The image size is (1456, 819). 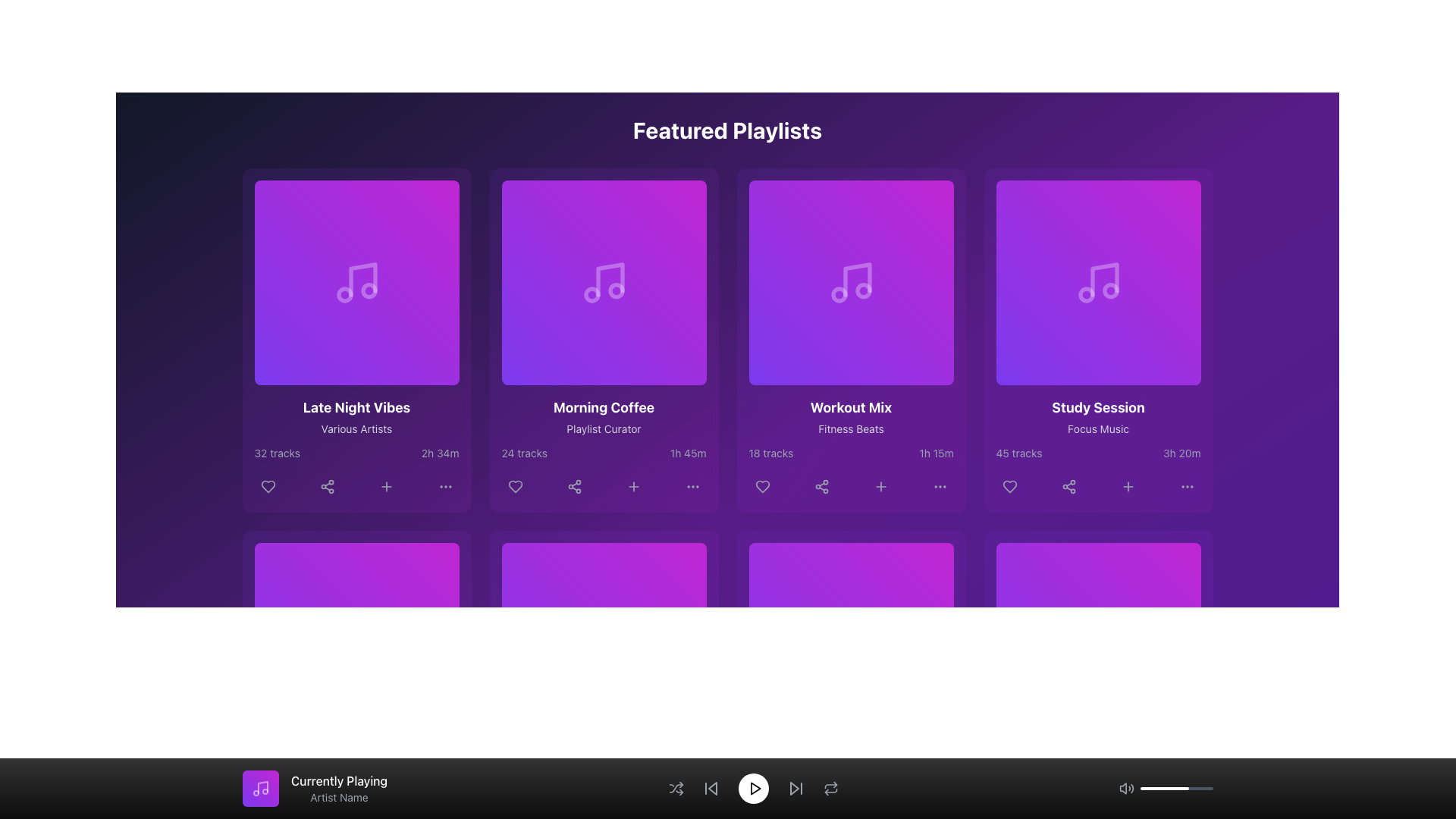 I want to click on the Text label that provides information about the number of tracks in the Study Session playlist, located in the bottom section of the Study Session card, so click(x=1019, y=452).